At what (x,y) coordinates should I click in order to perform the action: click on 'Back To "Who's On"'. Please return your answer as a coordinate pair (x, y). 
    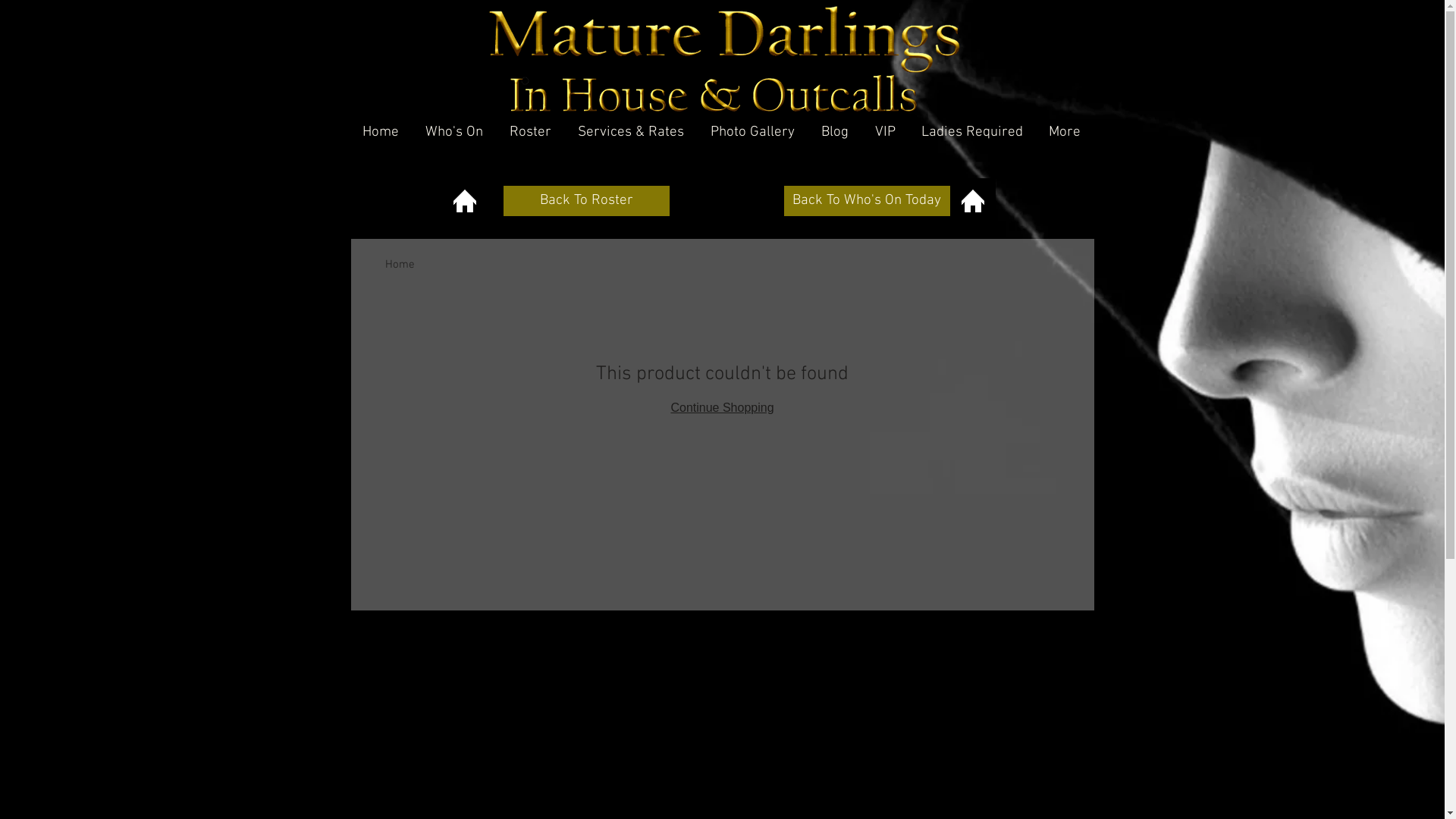
    Looking at the image, I should click on (440, 200).